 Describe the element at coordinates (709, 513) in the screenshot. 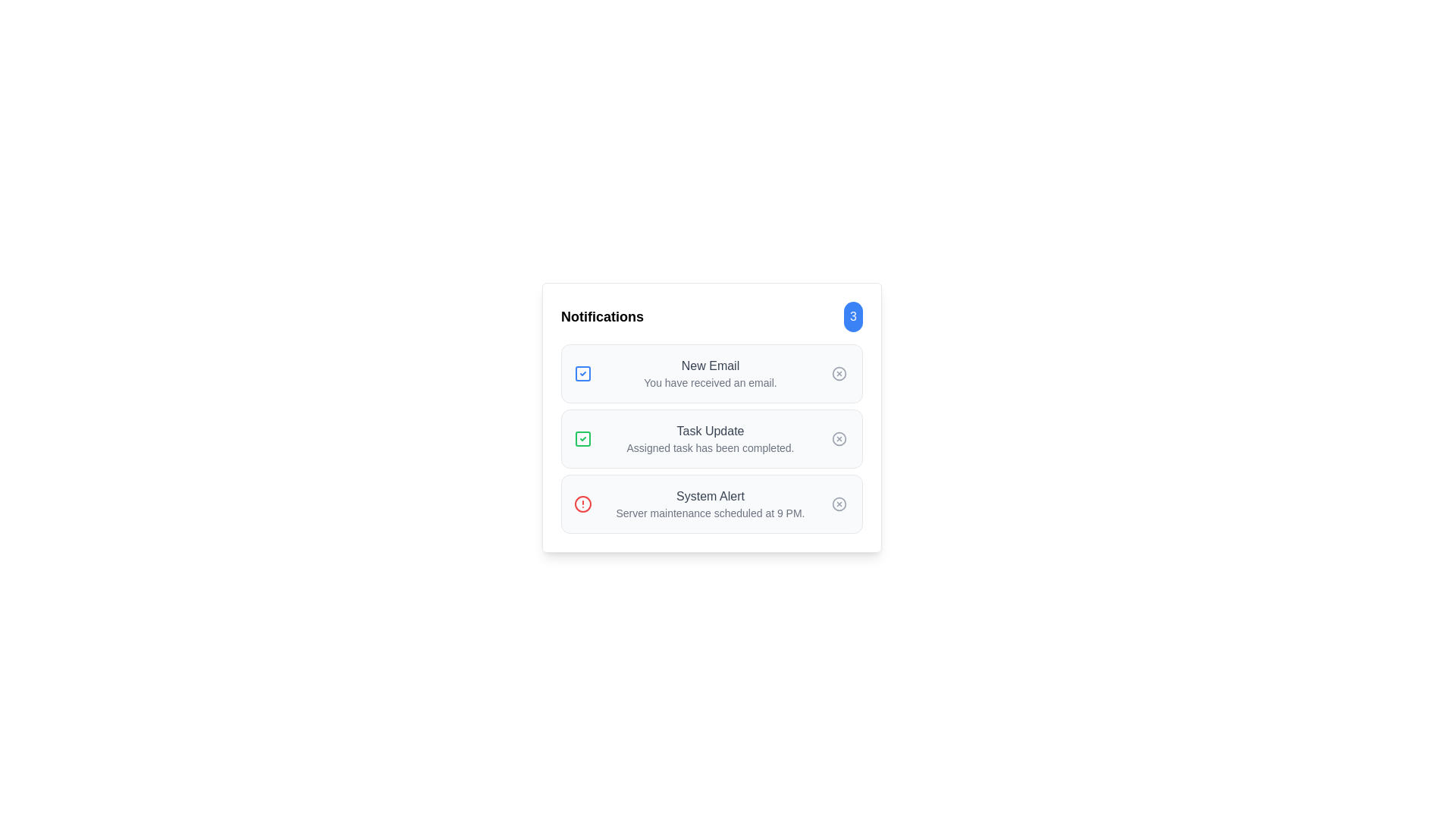

I see `text of the Text Label that provides additional information about the 'System Alert' notification, which is located as the second line under the 'System Alert' heading in the notification panel` at that location.